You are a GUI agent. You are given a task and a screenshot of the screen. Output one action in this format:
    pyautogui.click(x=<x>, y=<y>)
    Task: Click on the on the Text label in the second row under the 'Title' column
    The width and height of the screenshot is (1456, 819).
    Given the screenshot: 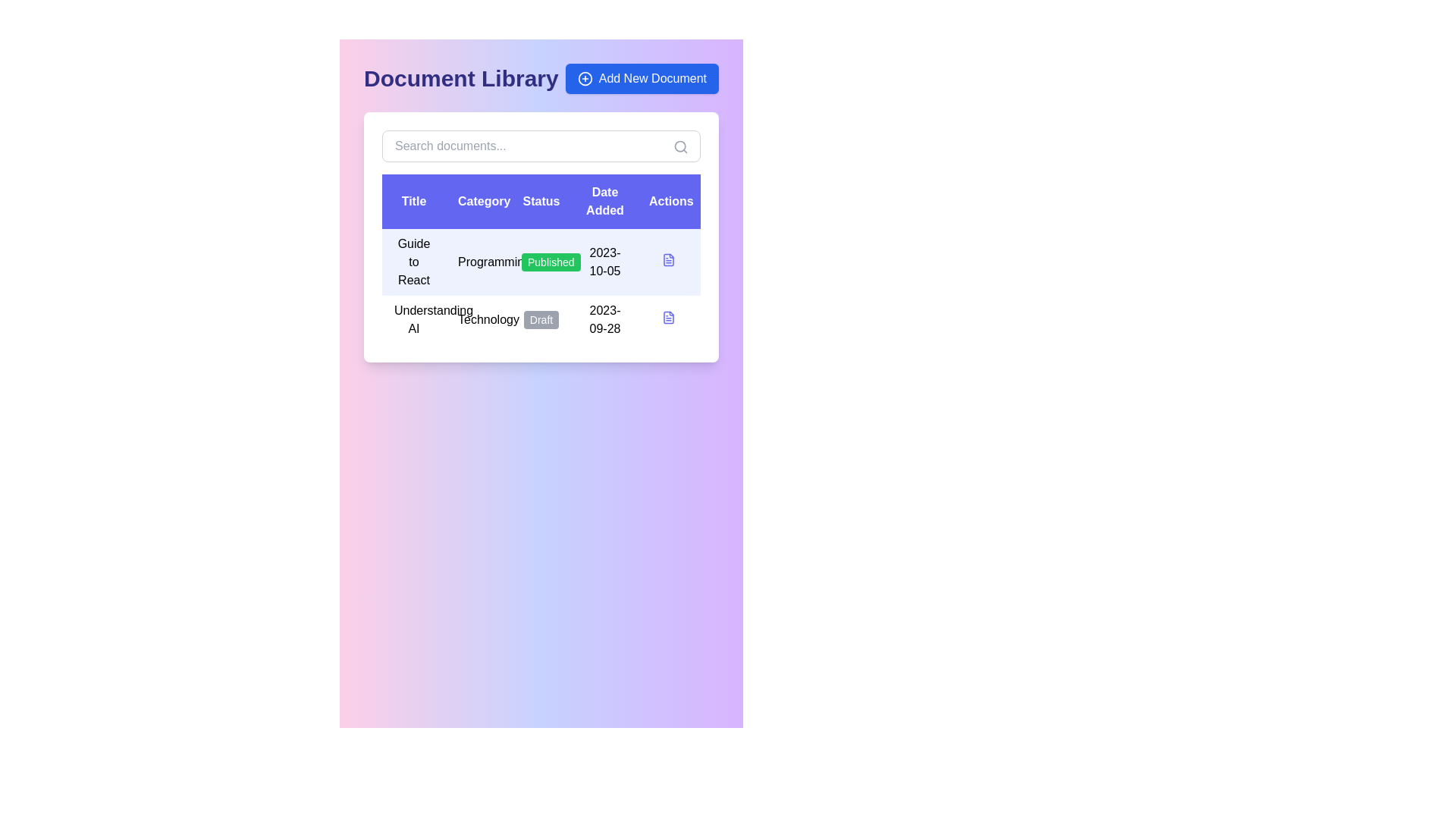 What is the action you would take?
    pyautogui.click(x=414, y=318)
    